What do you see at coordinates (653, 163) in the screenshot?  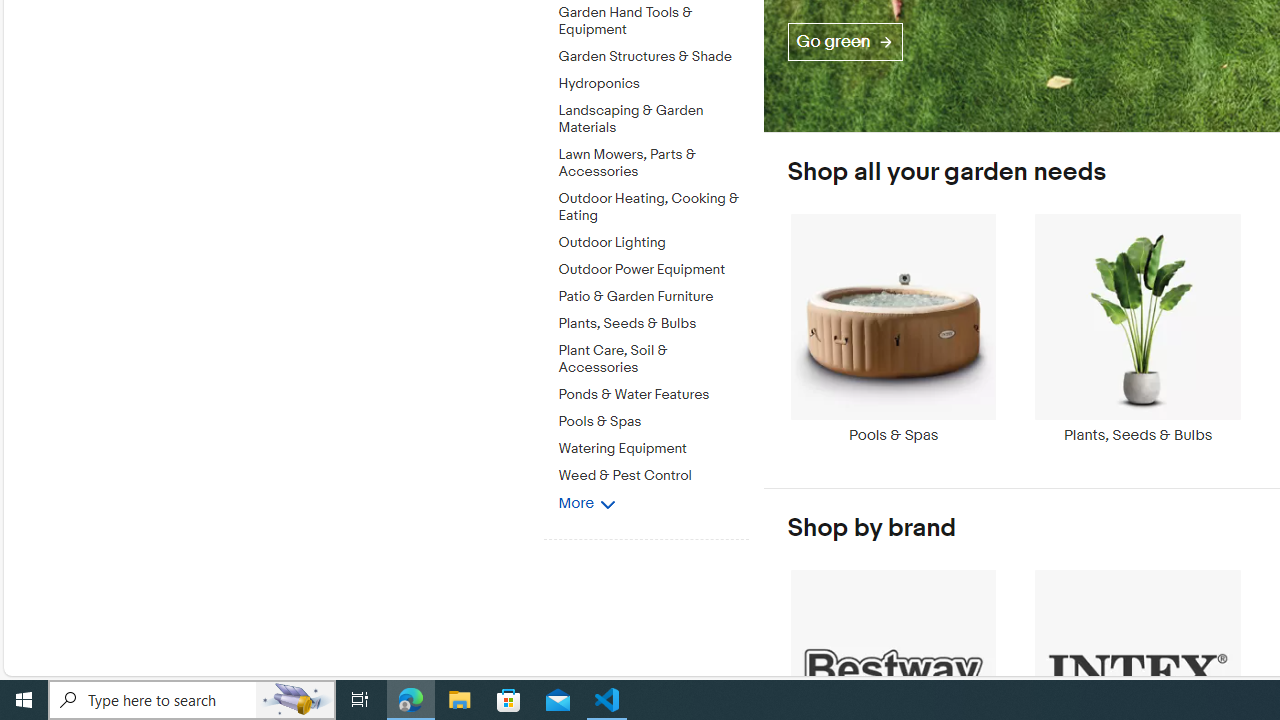 I see `'Lawn Mowers, Parts & Accessories'` at bounding box center [653, 163].